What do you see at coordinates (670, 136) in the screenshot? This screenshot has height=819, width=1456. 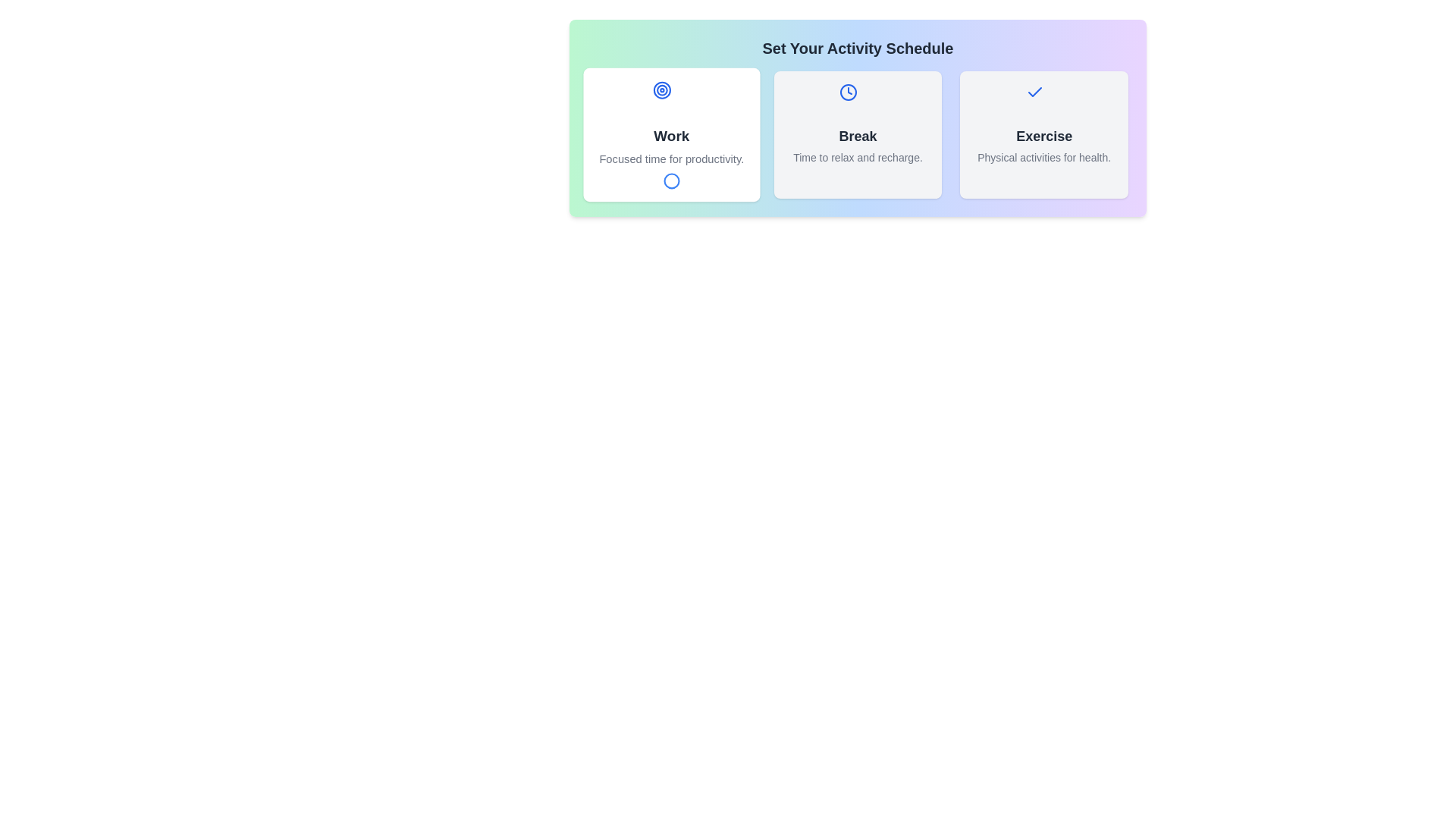 I see `the 'Work' text label which identifies the associated activity in the leftmost card of the 'Set Your Activity Schedule' section` at bounding box center [670, 136].